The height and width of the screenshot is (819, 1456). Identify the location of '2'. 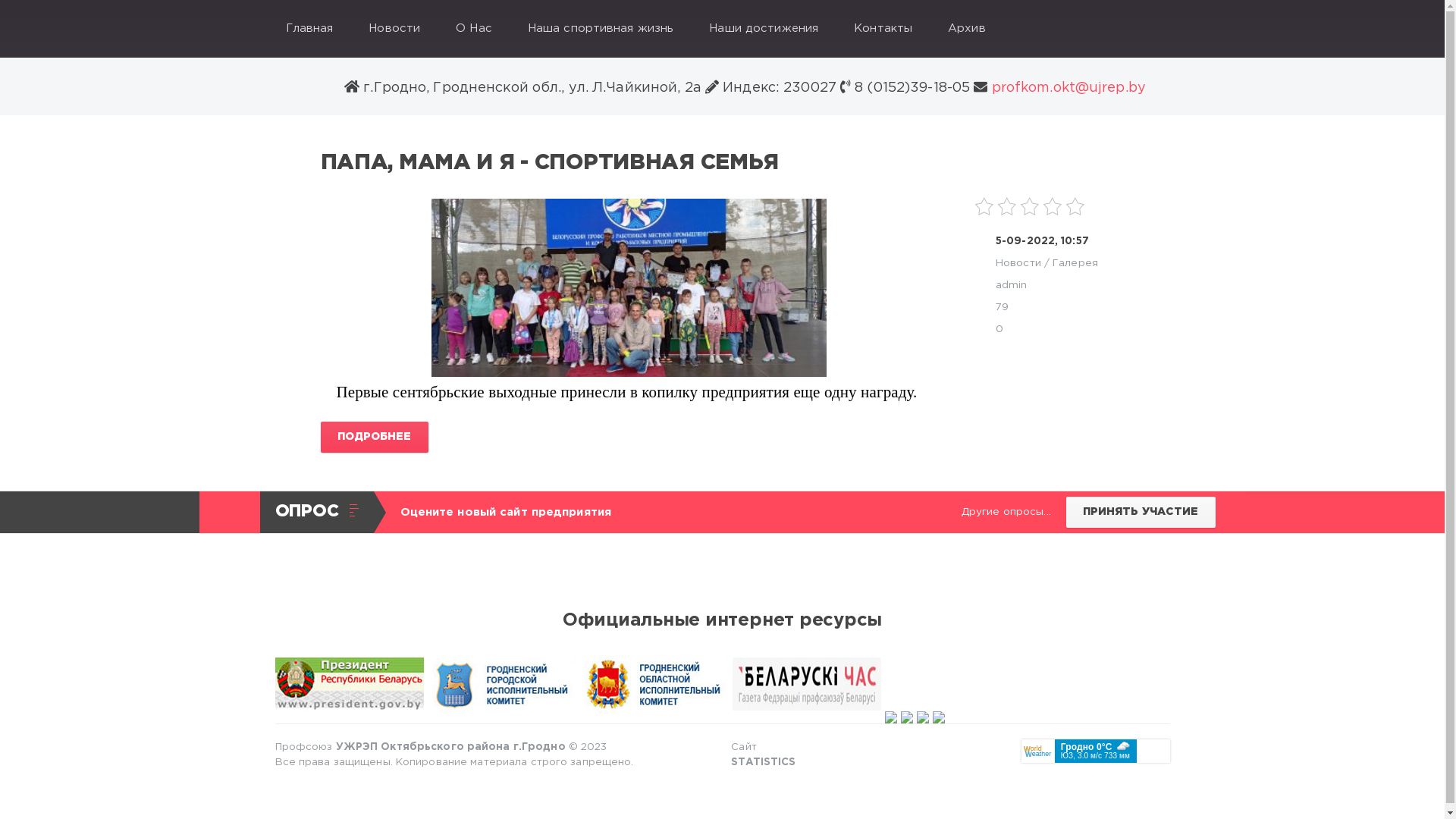
(1007, 206).